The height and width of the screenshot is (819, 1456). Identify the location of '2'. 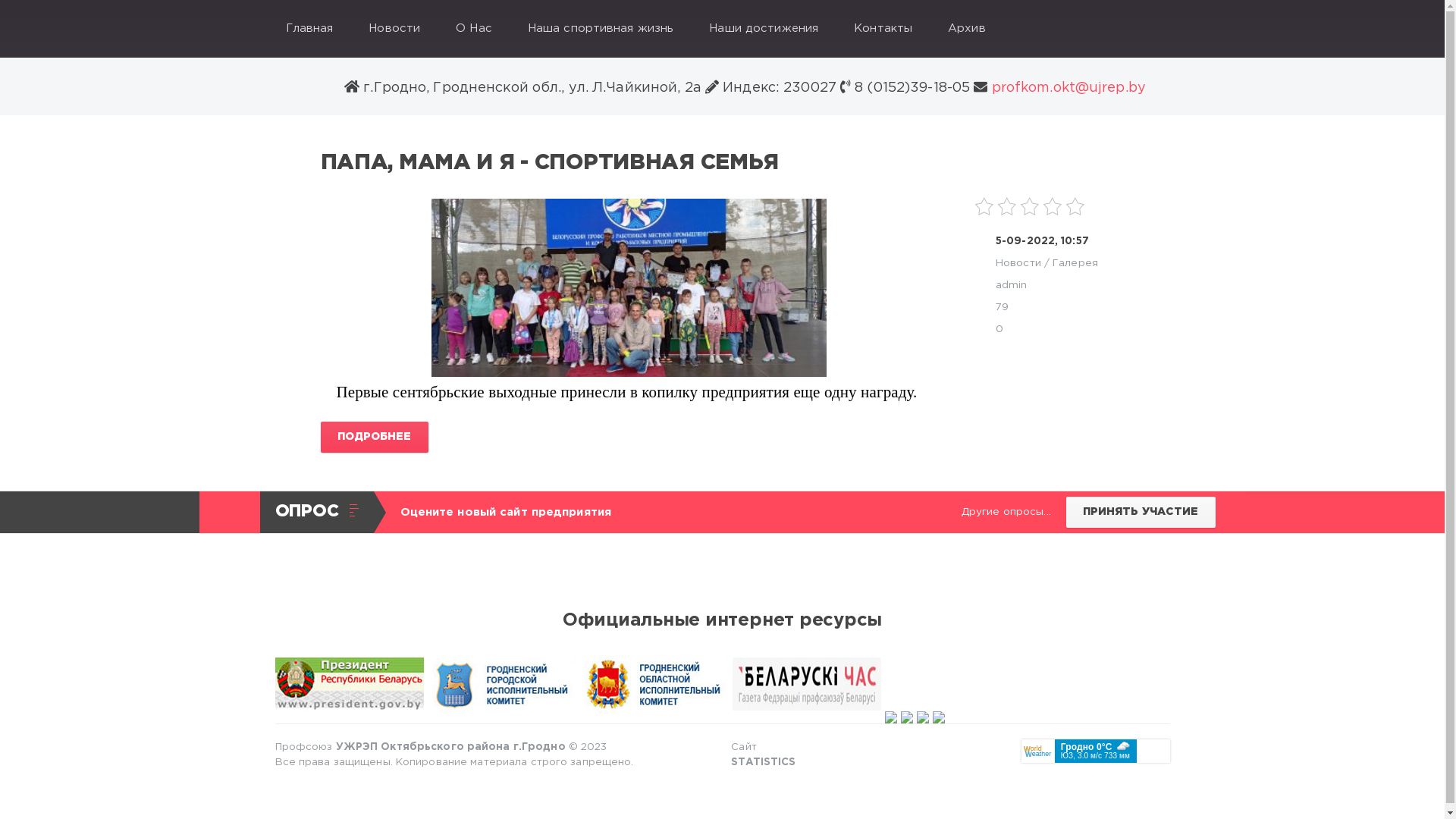
(1007, 206).